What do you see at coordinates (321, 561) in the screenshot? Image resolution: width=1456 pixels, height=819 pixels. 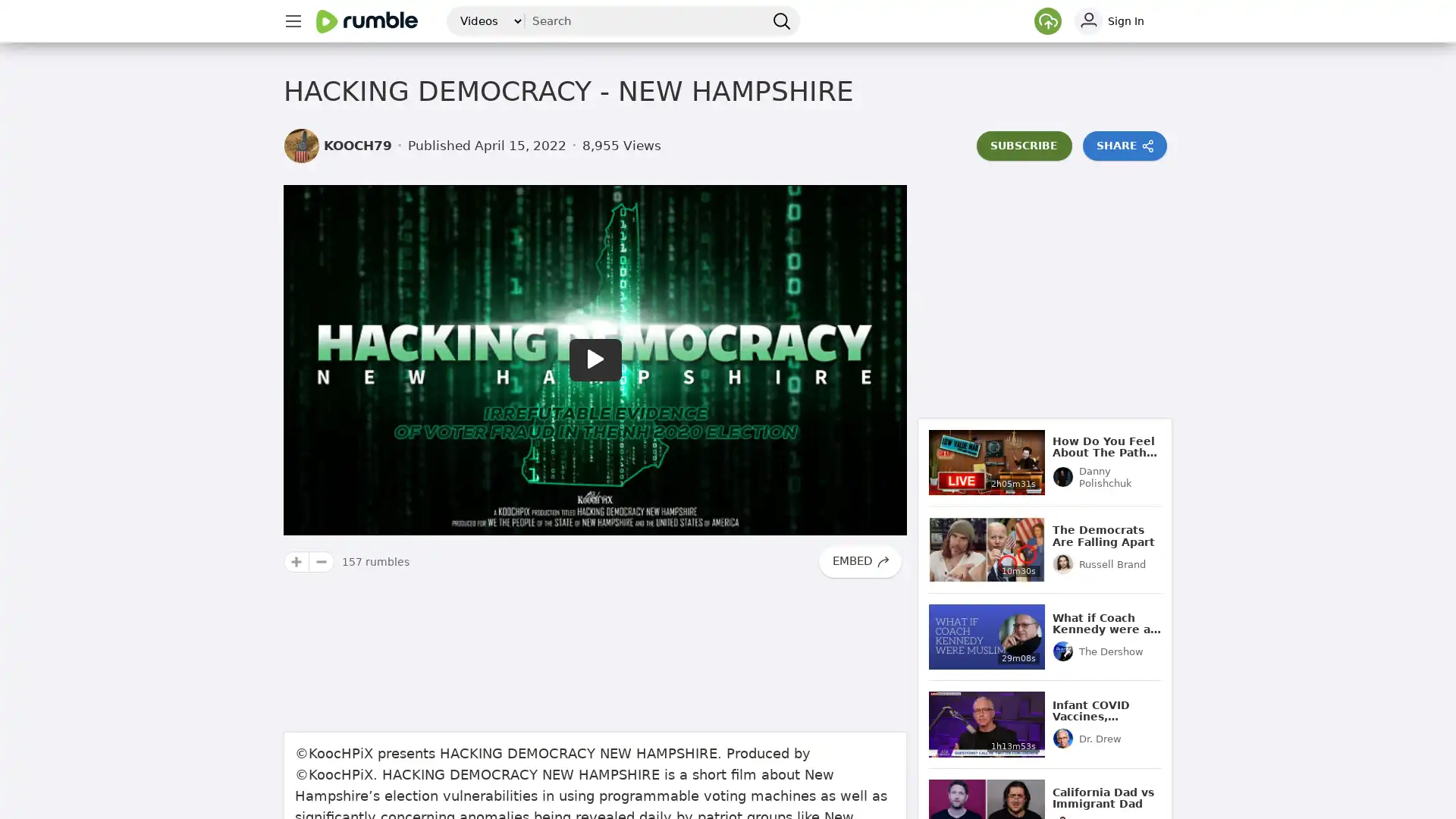 I see `Rumbles down vote` at bounding box center [321, 561].